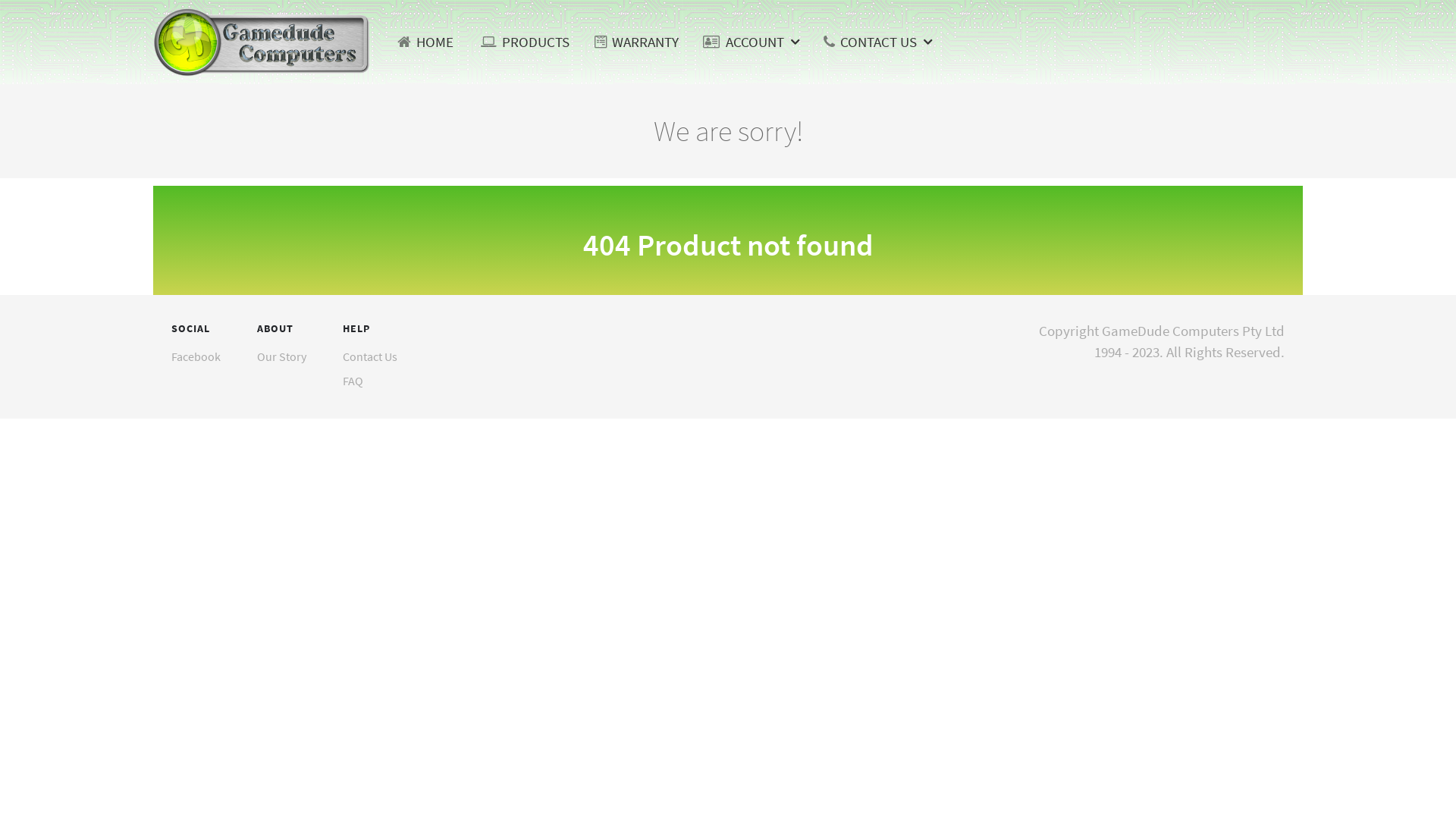 This screenshot has width=1456, height=819. Describe the element at coordinates (370, 356) in the screenshot. I see `'Contact Us'` at that location.